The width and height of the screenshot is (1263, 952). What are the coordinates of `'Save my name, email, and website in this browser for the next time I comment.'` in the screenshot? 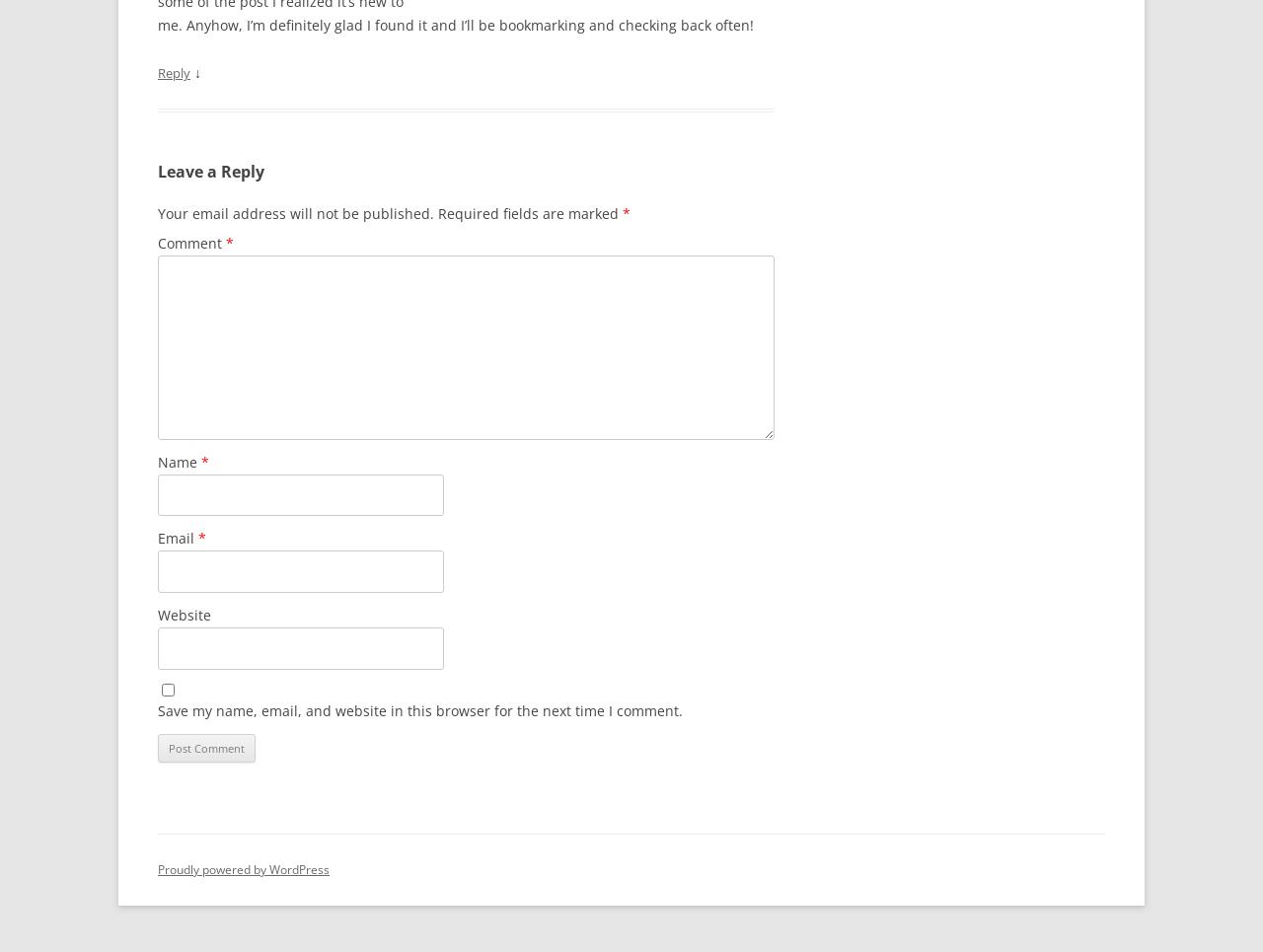 It's located at (418, 709).